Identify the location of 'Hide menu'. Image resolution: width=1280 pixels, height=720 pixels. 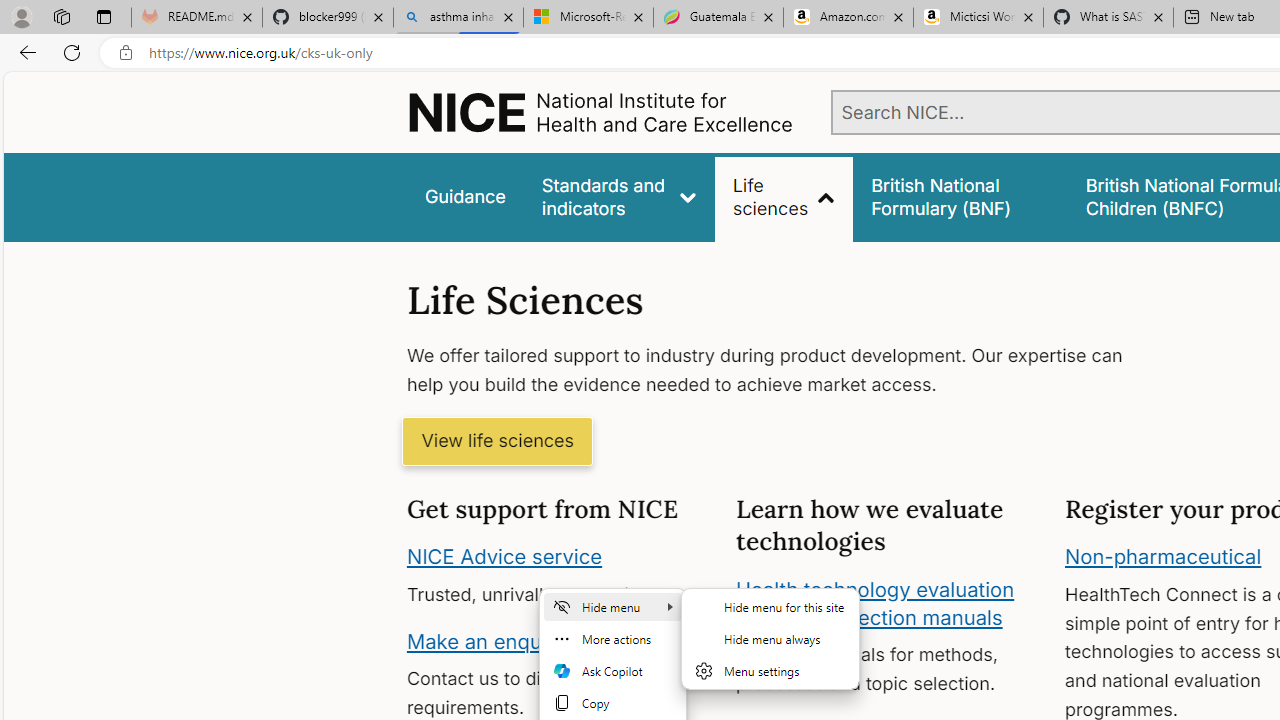
(612, 605).